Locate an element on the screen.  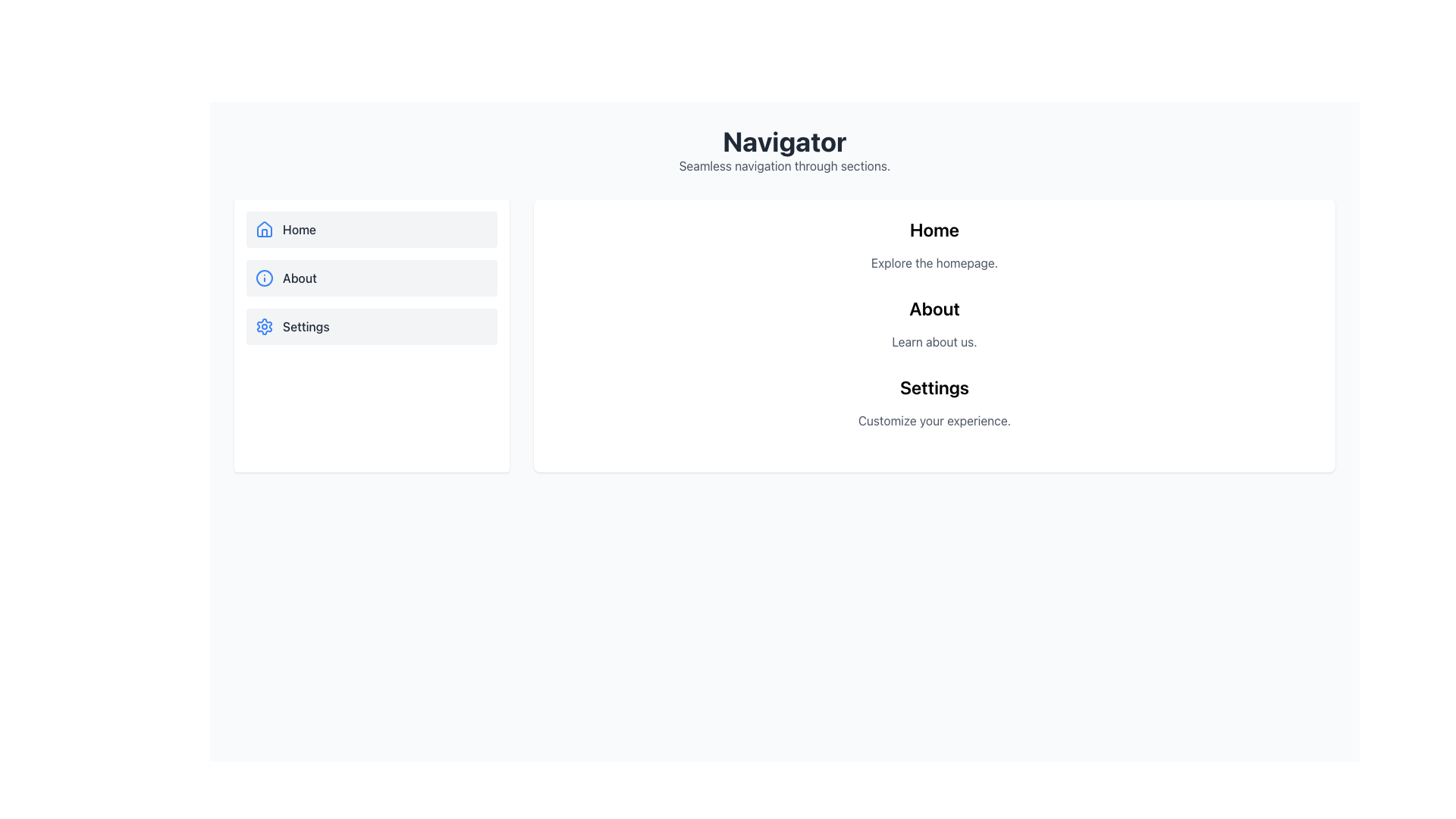
the text header and sub-header element that describes the settings or customization section, located below the 'About' section in the list is located at coordinates (934, 402).